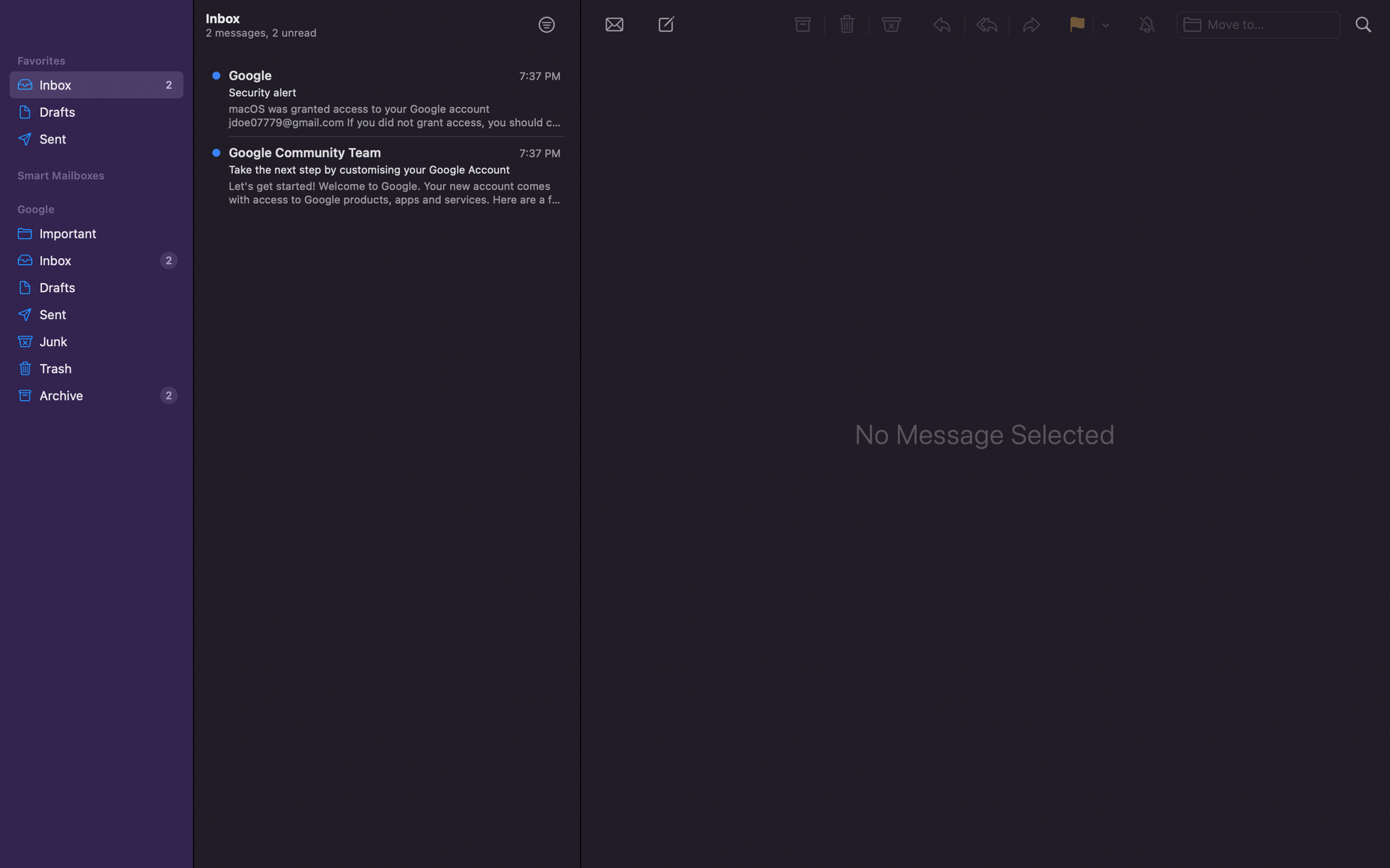 The image size is (1390, 868). I want to click on Single out the unseen messages, so click(546, 24).